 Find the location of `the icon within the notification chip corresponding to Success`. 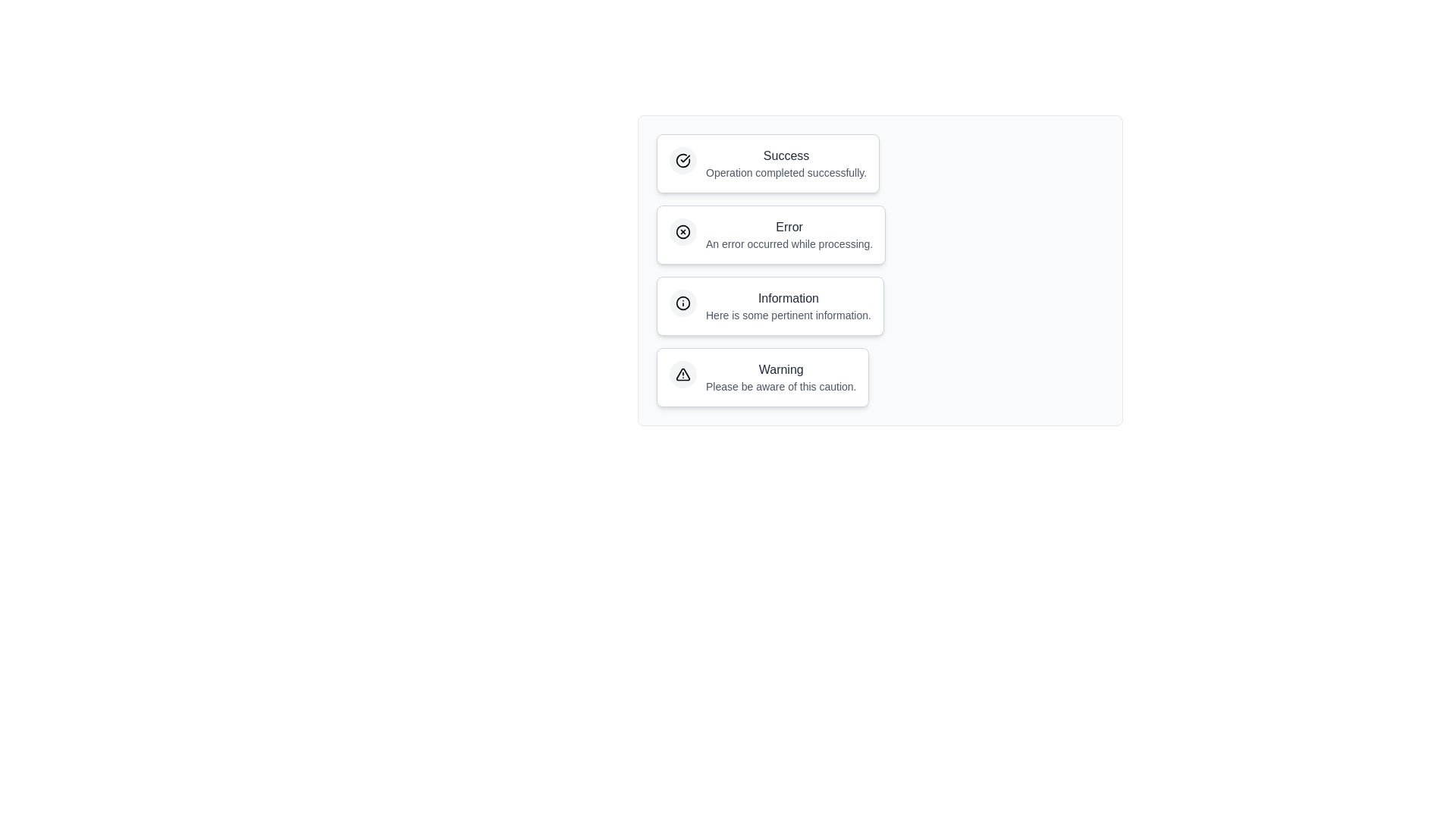

the icon within the notification chip corresponding to Success is located at coordinates (682, 161).